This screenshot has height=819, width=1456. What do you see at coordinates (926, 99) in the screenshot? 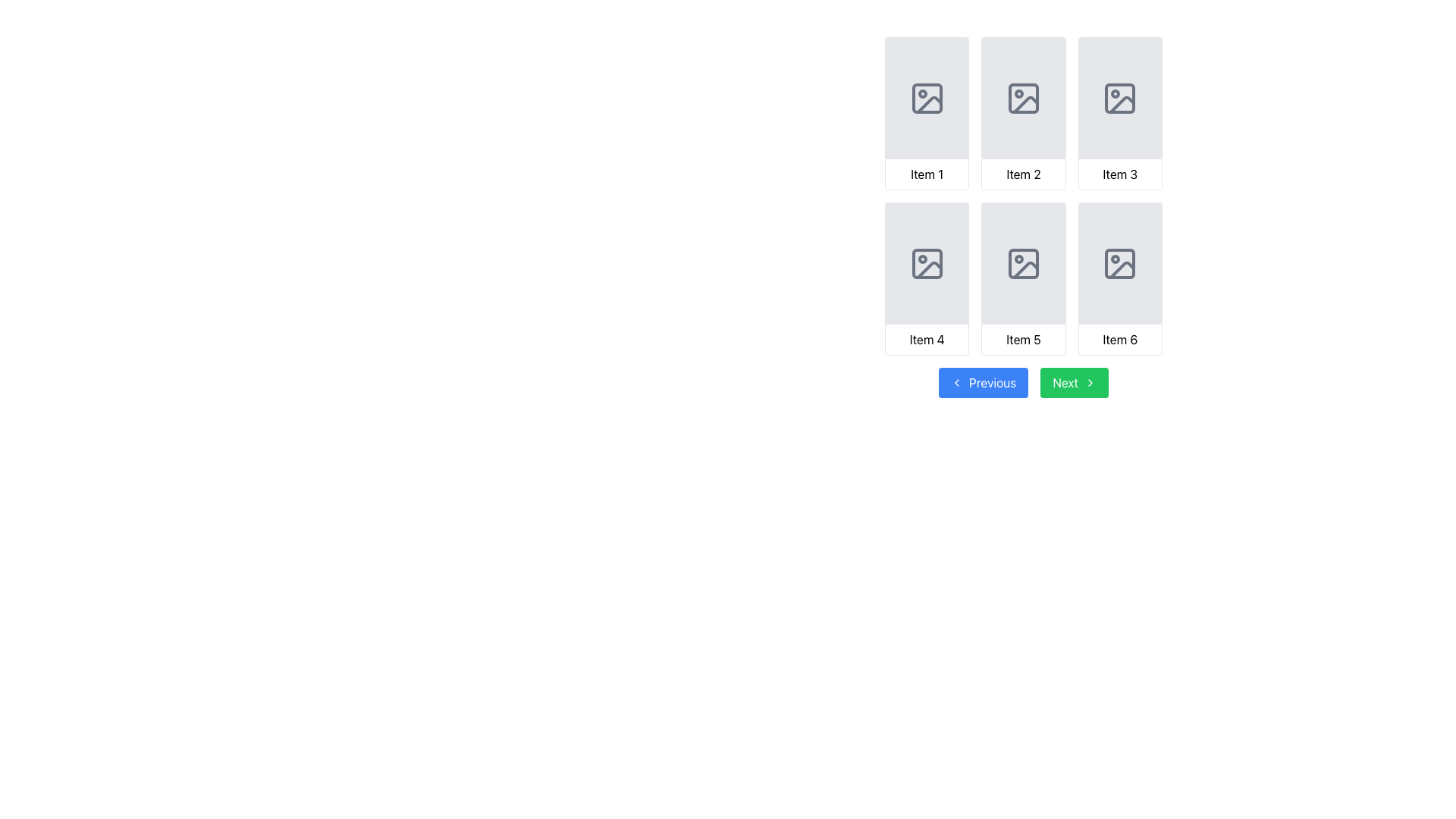
I see `the image placeholder icon located in the first column and first row of the two-row grid` at bounding box center [926, 99].